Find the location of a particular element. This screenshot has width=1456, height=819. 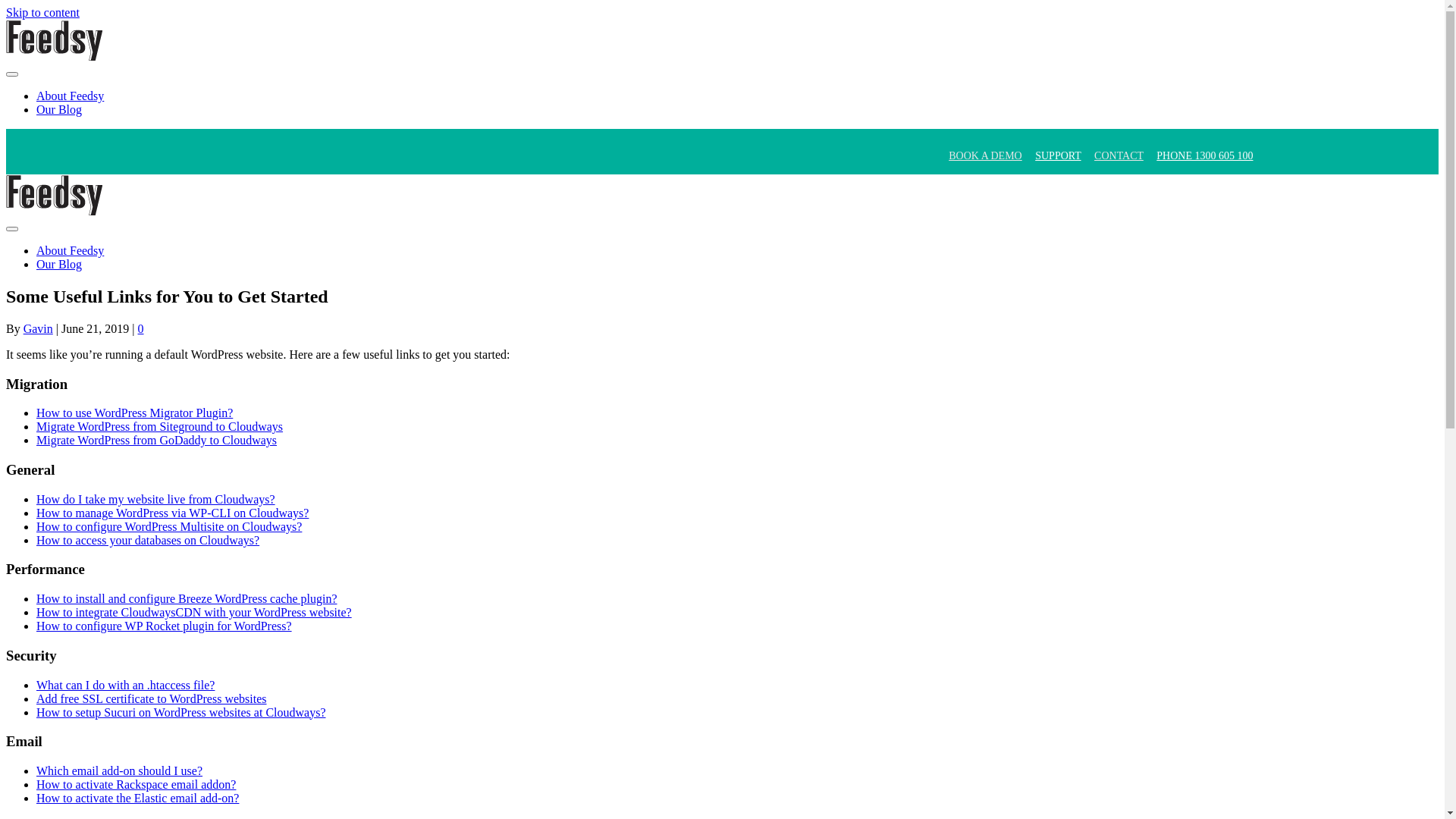

'About Feedsy' is located at coordinates (69, 249).